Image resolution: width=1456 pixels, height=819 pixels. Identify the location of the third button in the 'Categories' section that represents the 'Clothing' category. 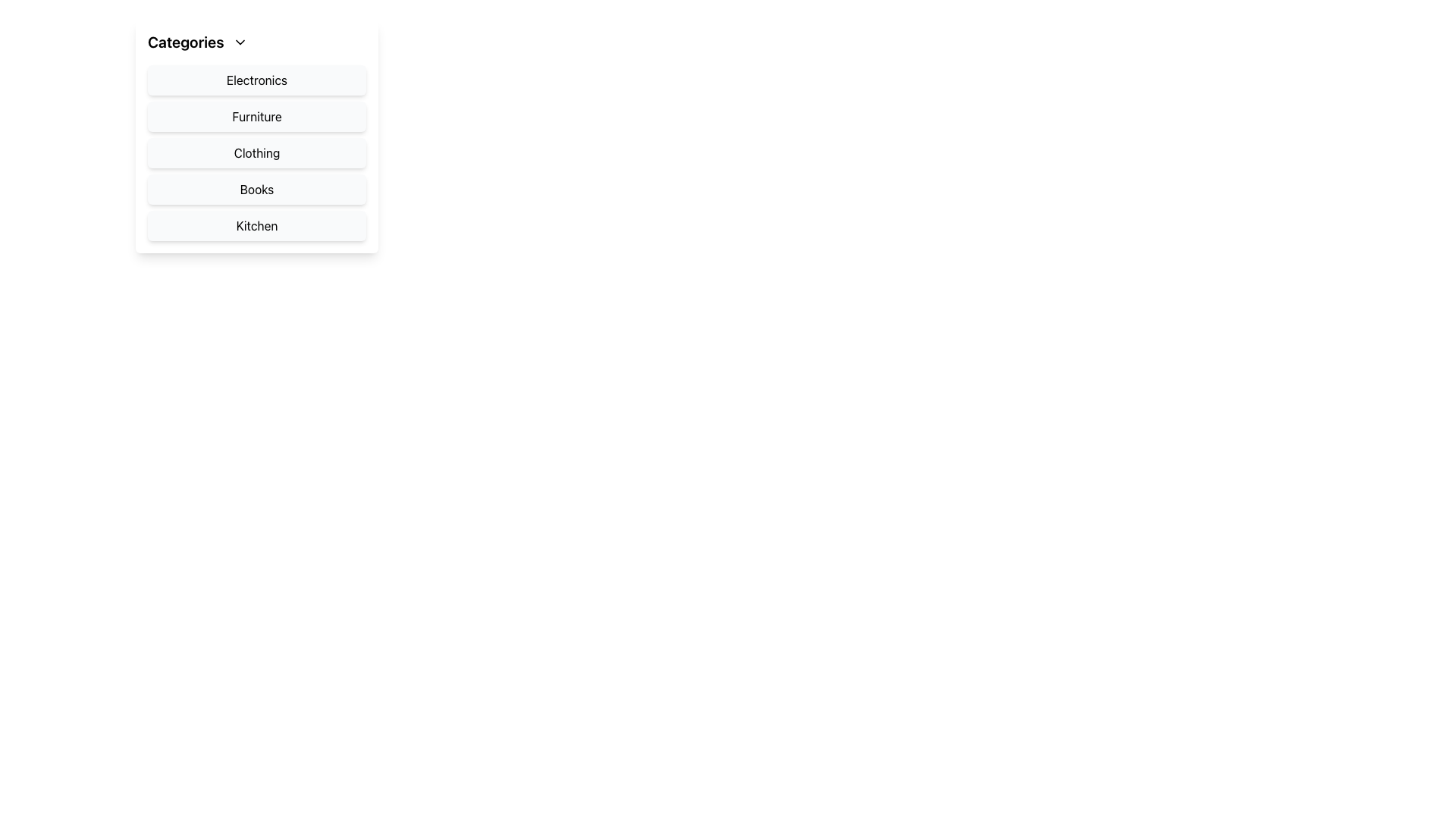
(257, 152).